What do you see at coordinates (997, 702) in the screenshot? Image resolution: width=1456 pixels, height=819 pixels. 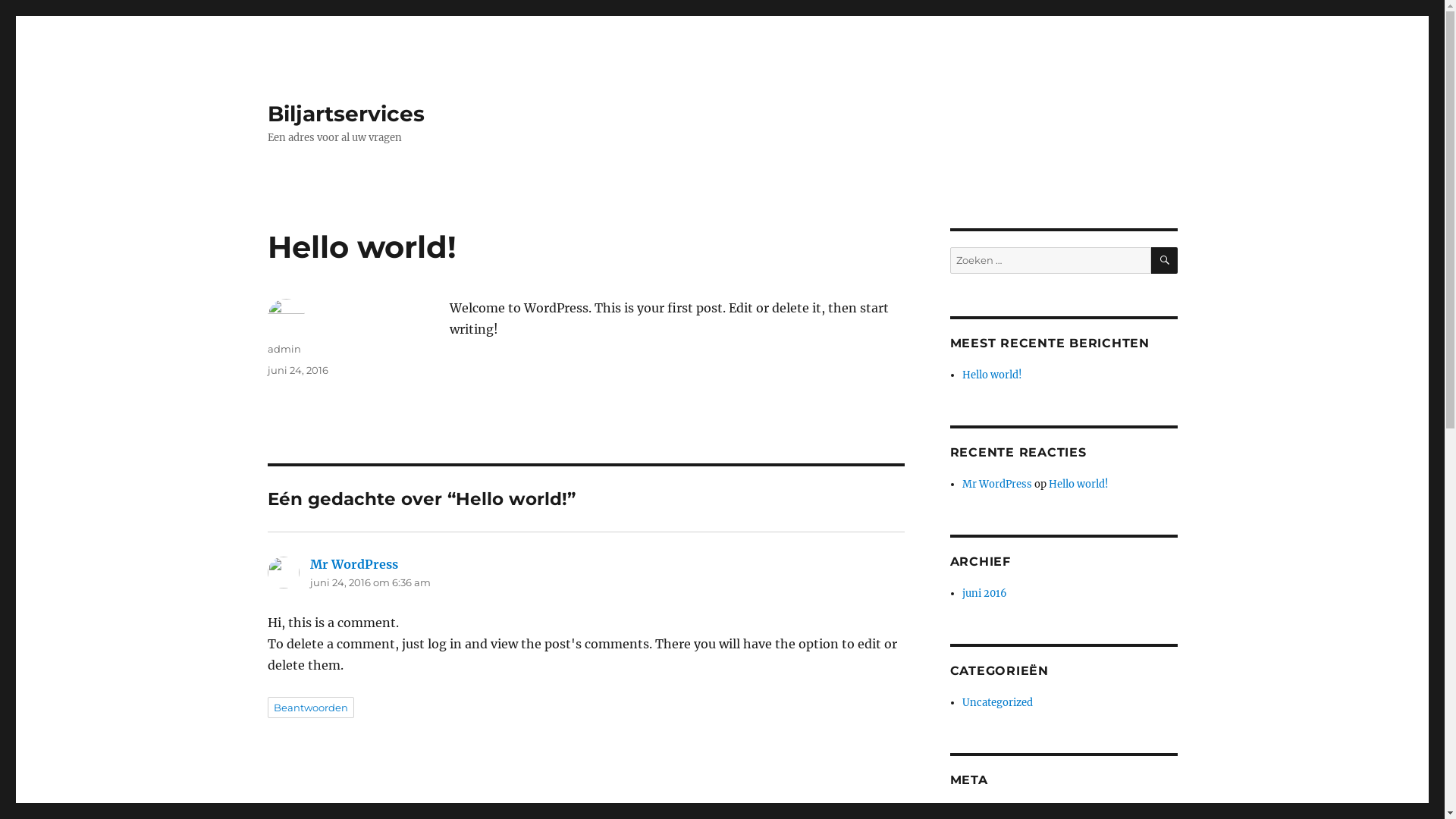 I see `'Uncategorized'` at bounding box center [997, 702].